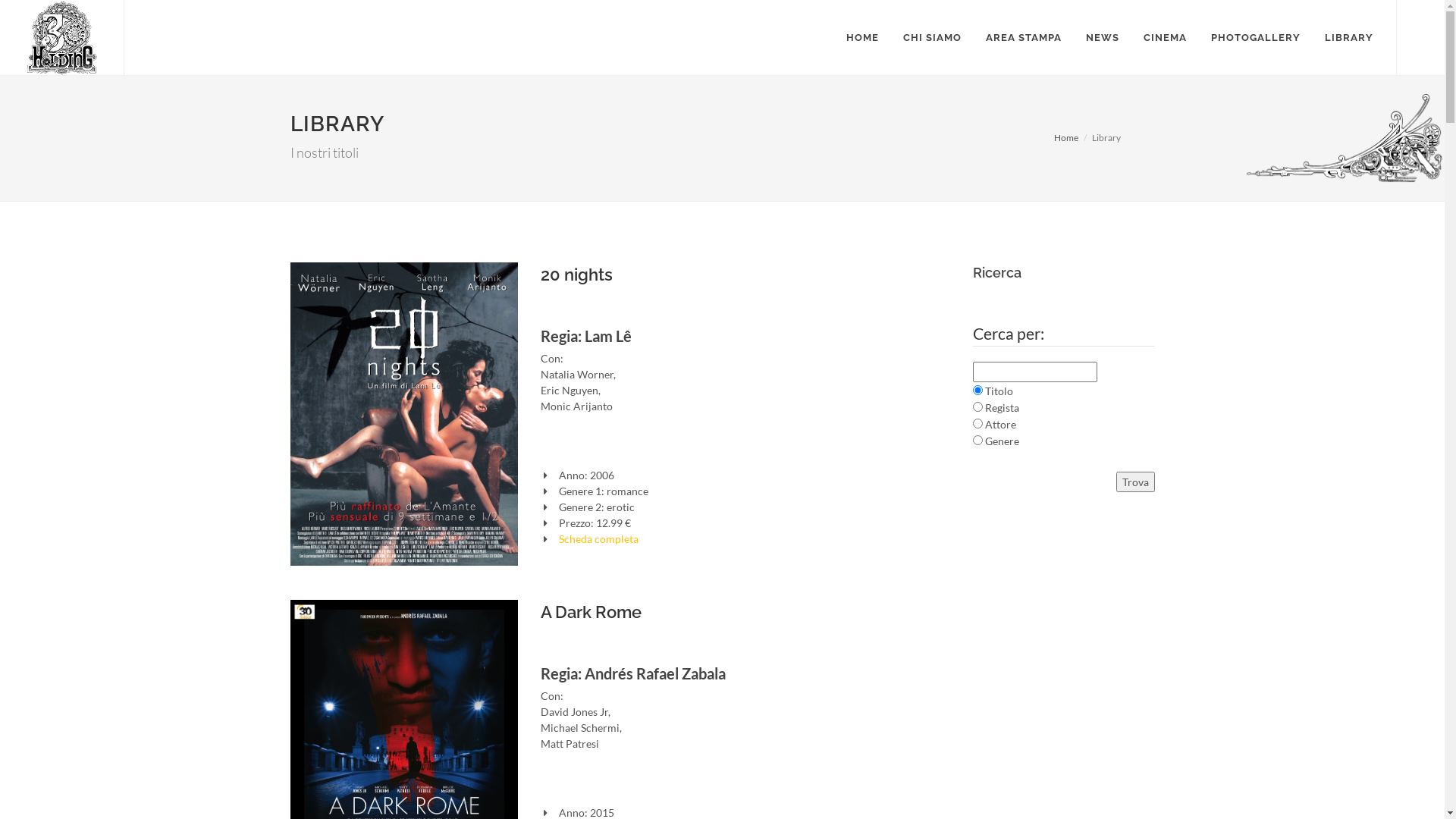 The image size is (1456, 819). Describe the element at coordinates (833, 37) in the screenshot. I see `'HOME'` at that location.